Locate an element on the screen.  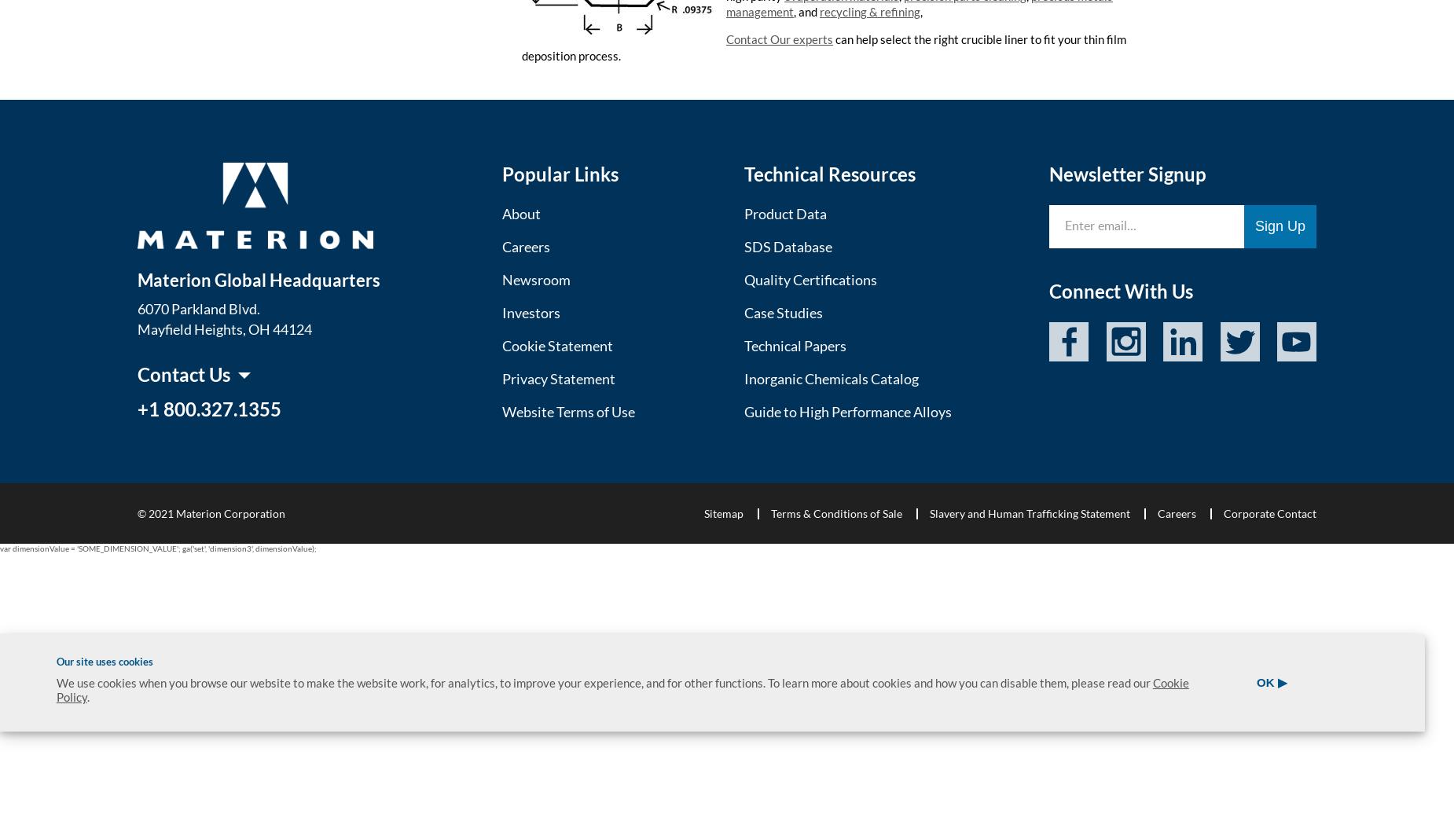
'Guide to High Performance Alloys' is located at coordinates (846, 409).